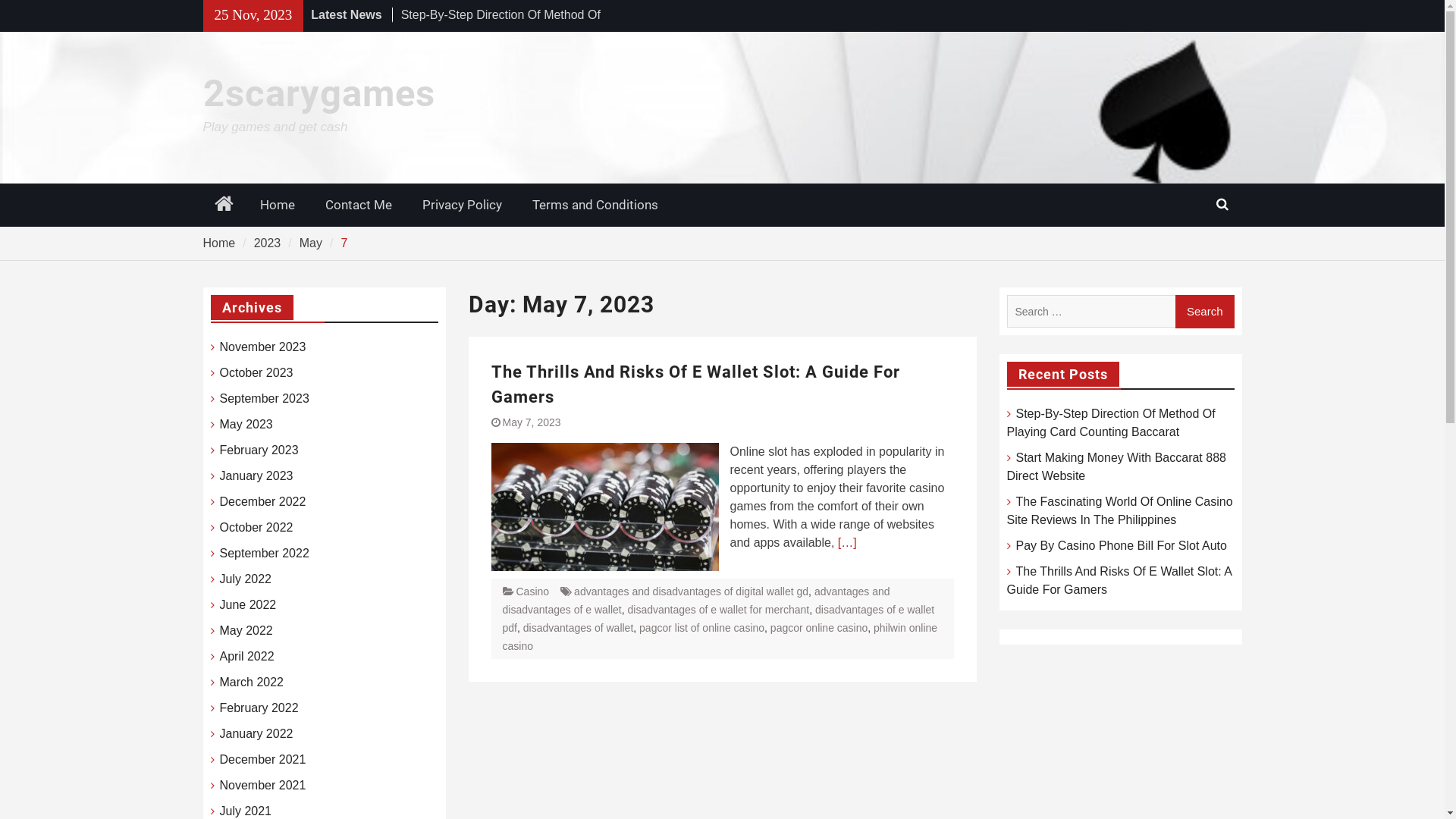  I want to click on 'October 2023', so click(218, 373).